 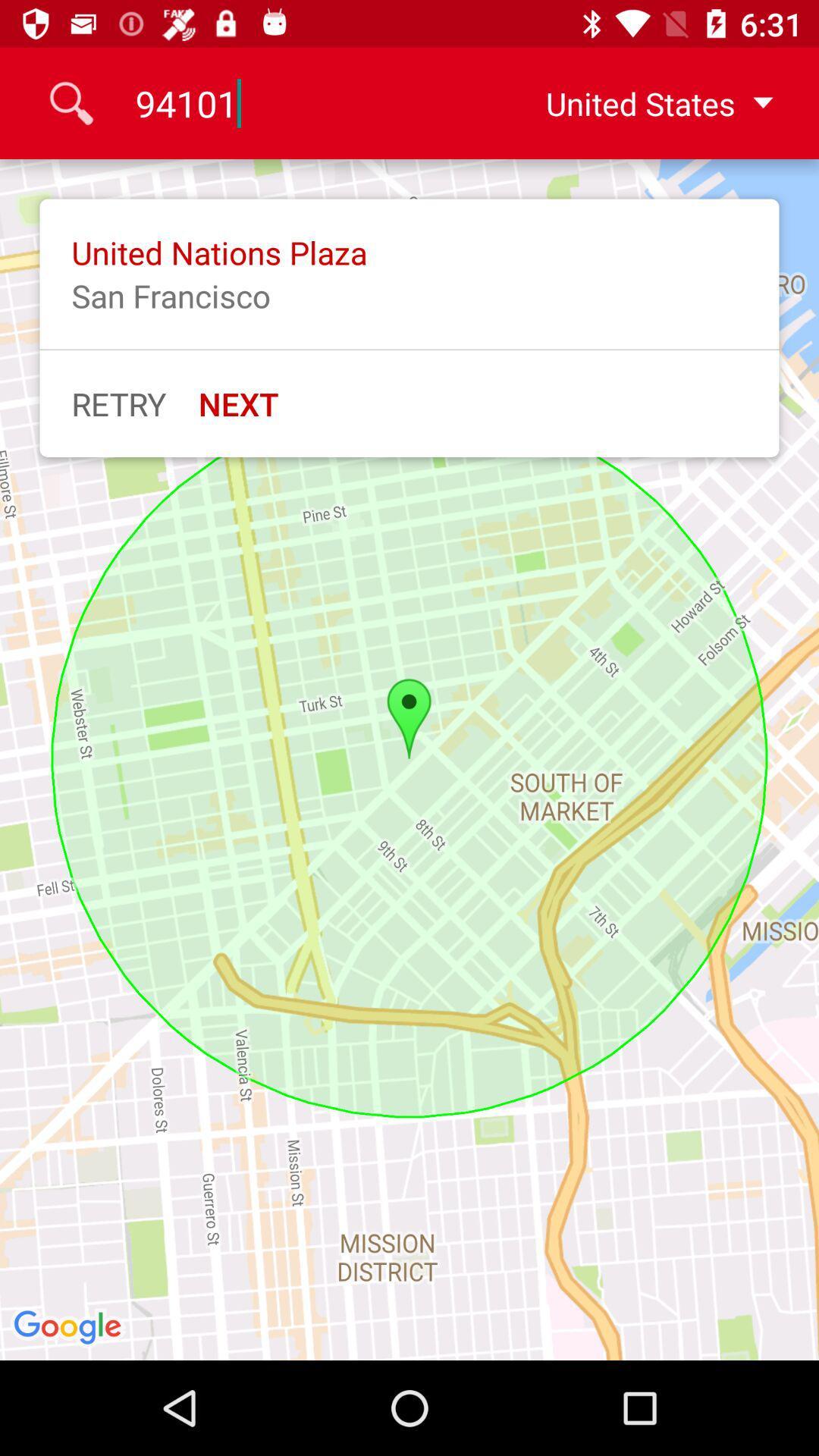 What do you see at coordinates (309, 102) in the screenshot?
I see `item next to the united states` at bounding box center [309, 102].